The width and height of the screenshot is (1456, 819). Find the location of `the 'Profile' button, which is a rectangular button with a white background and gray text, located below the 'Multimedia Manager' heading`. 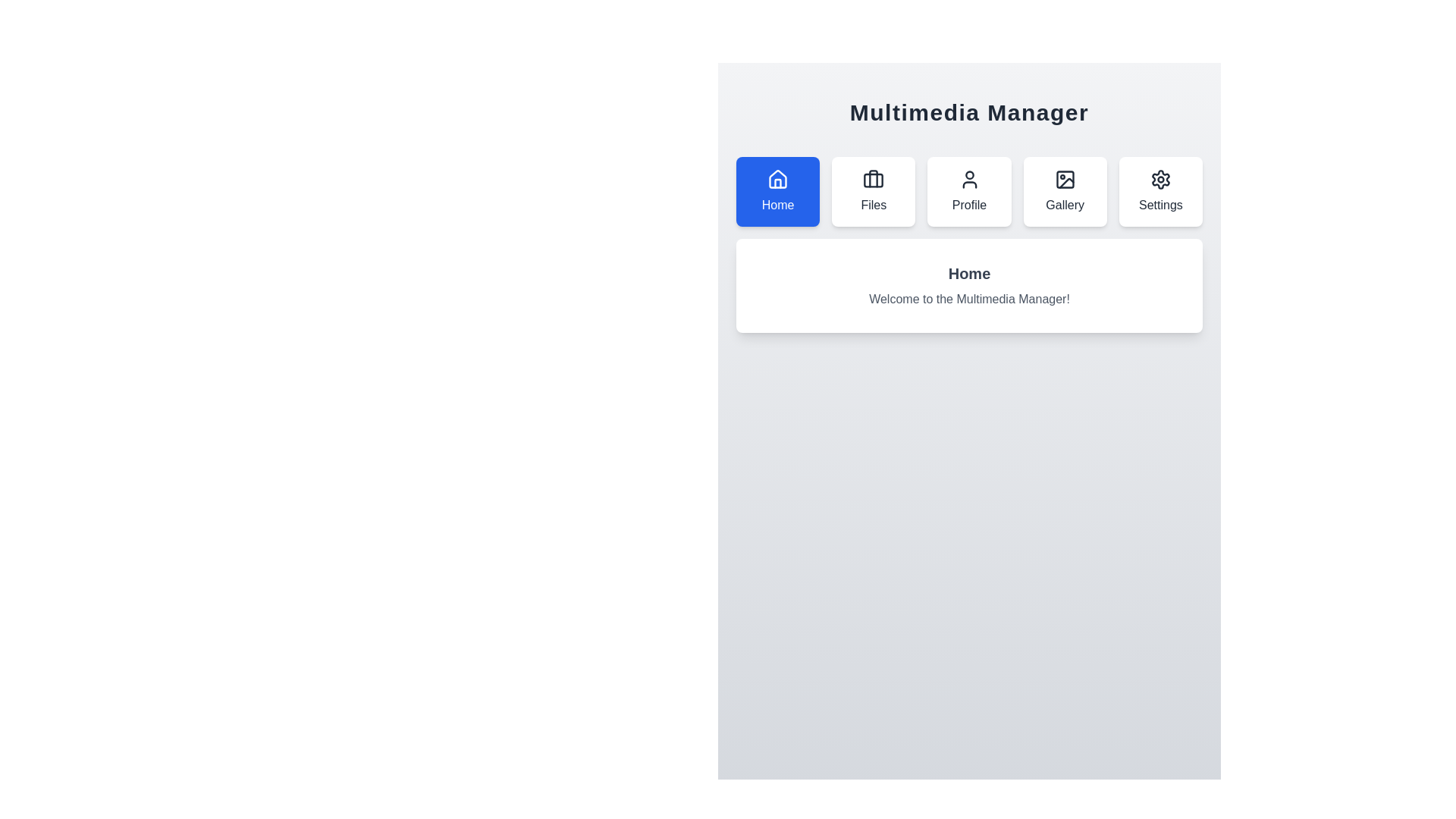

the 'Profile' button, which is a rectangular button with a white background and gray text, located below the 'Multimedia Manager' heading is located at coordinates (968, 191).